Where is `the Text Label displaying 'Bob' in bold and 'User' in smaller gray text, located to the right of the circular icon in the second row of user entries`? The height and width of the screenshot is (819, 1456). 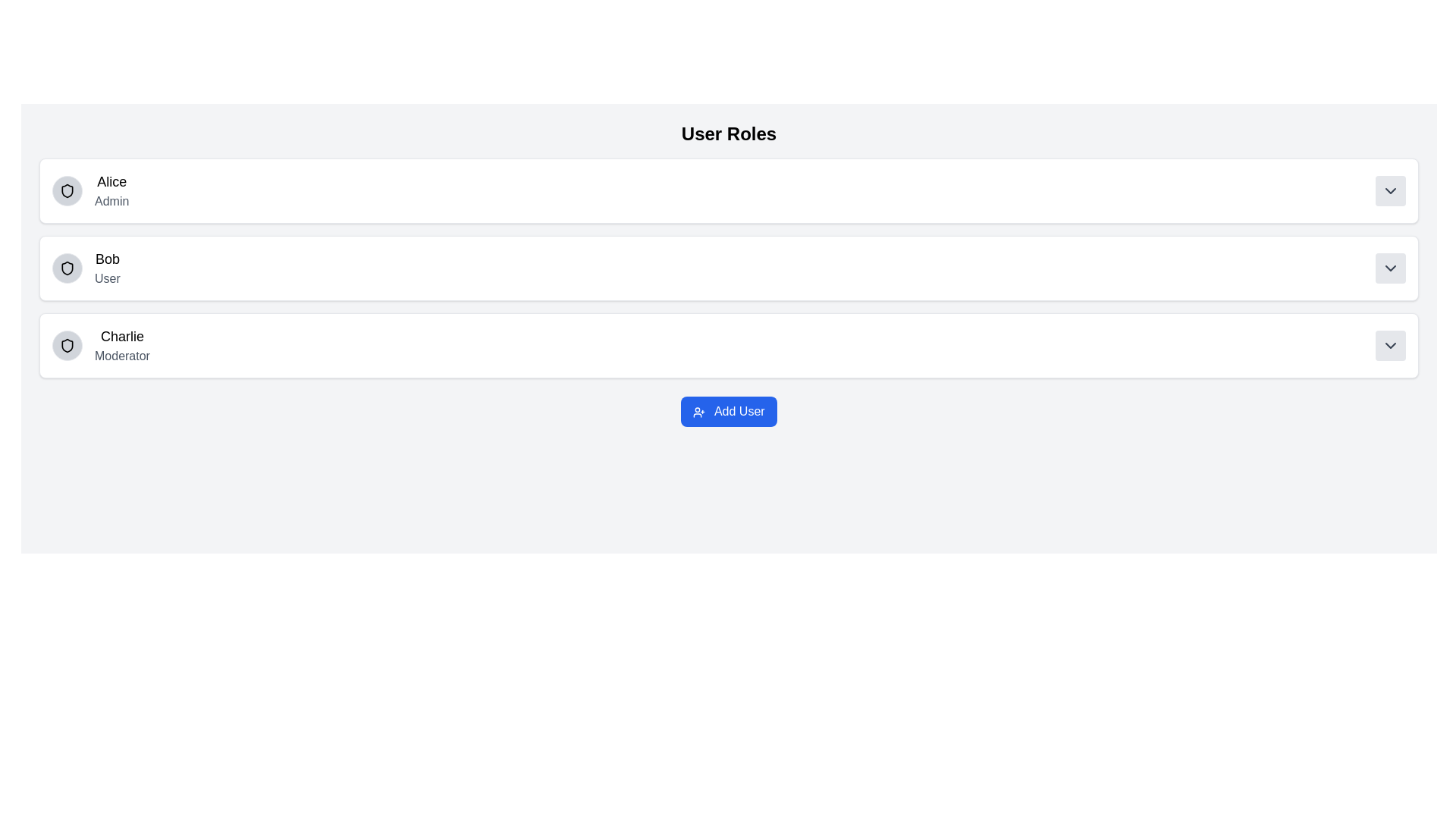
the Text Label displaying 'Bob' in bold and 'User' in smaller gray text, located to the right of the circular icon in the second row of user entries is located at coordinates (106, 268).